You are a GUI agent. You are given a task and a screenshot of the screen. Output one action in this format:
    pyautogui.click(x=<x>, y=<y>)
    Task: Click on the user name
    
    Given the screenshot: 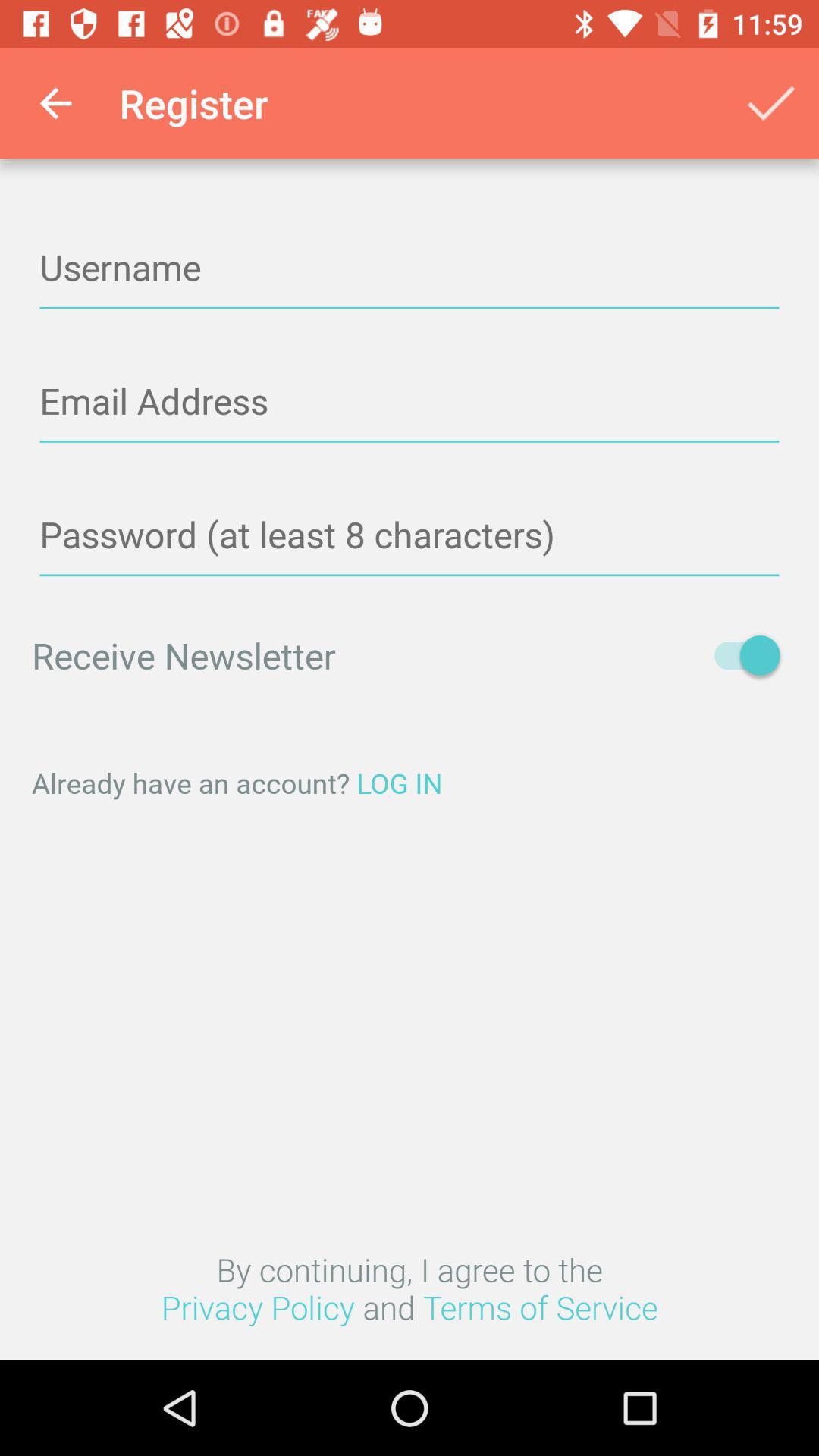 What is the action you would take?
    pyautogui.click(x=409, y=268)
    